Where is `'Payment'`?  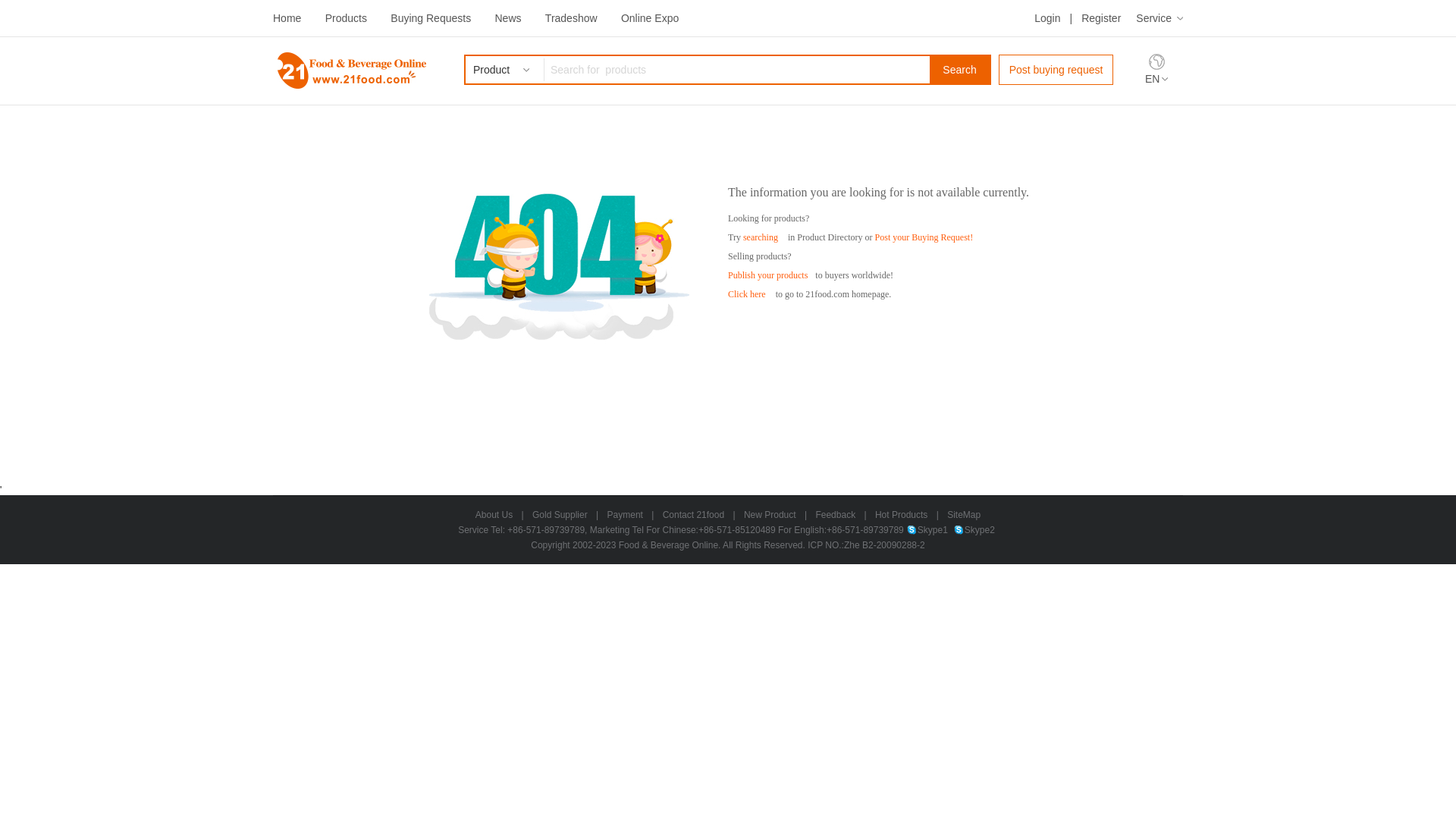
'Payment' is located at coordinates (625, 513).